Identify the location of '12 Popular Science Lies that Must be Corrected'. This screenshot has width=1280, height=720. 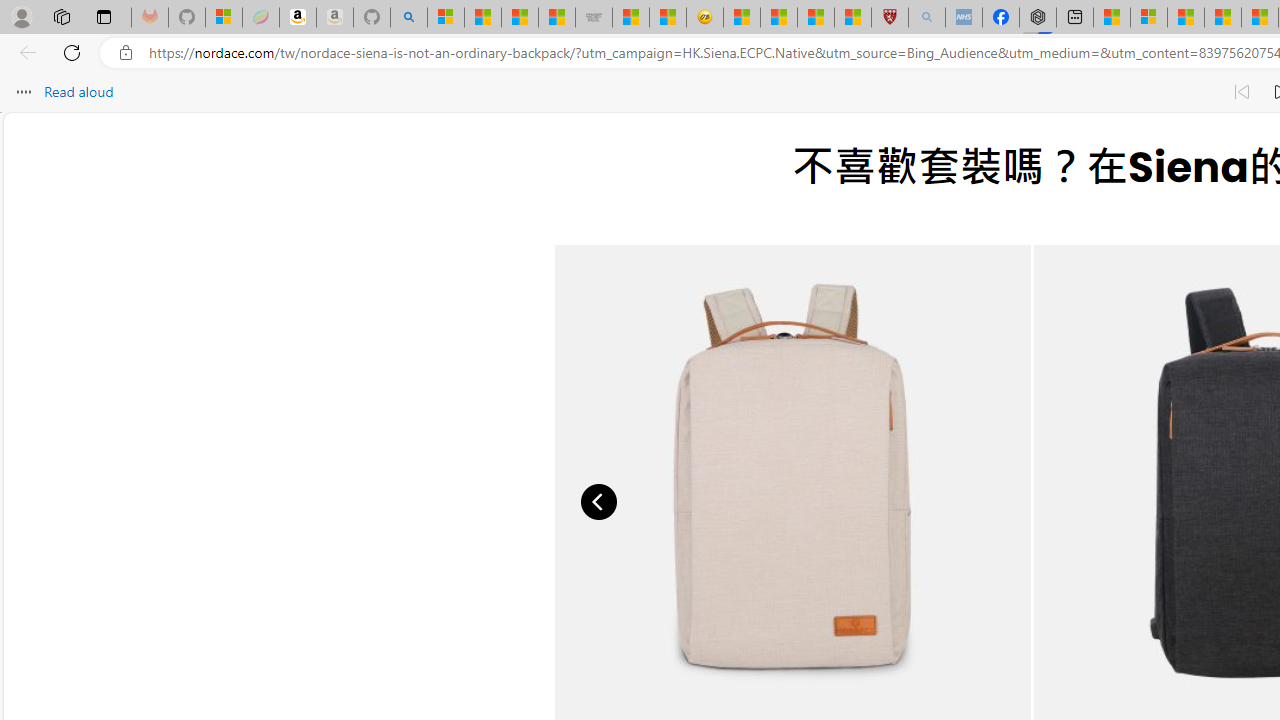
(853, 17).